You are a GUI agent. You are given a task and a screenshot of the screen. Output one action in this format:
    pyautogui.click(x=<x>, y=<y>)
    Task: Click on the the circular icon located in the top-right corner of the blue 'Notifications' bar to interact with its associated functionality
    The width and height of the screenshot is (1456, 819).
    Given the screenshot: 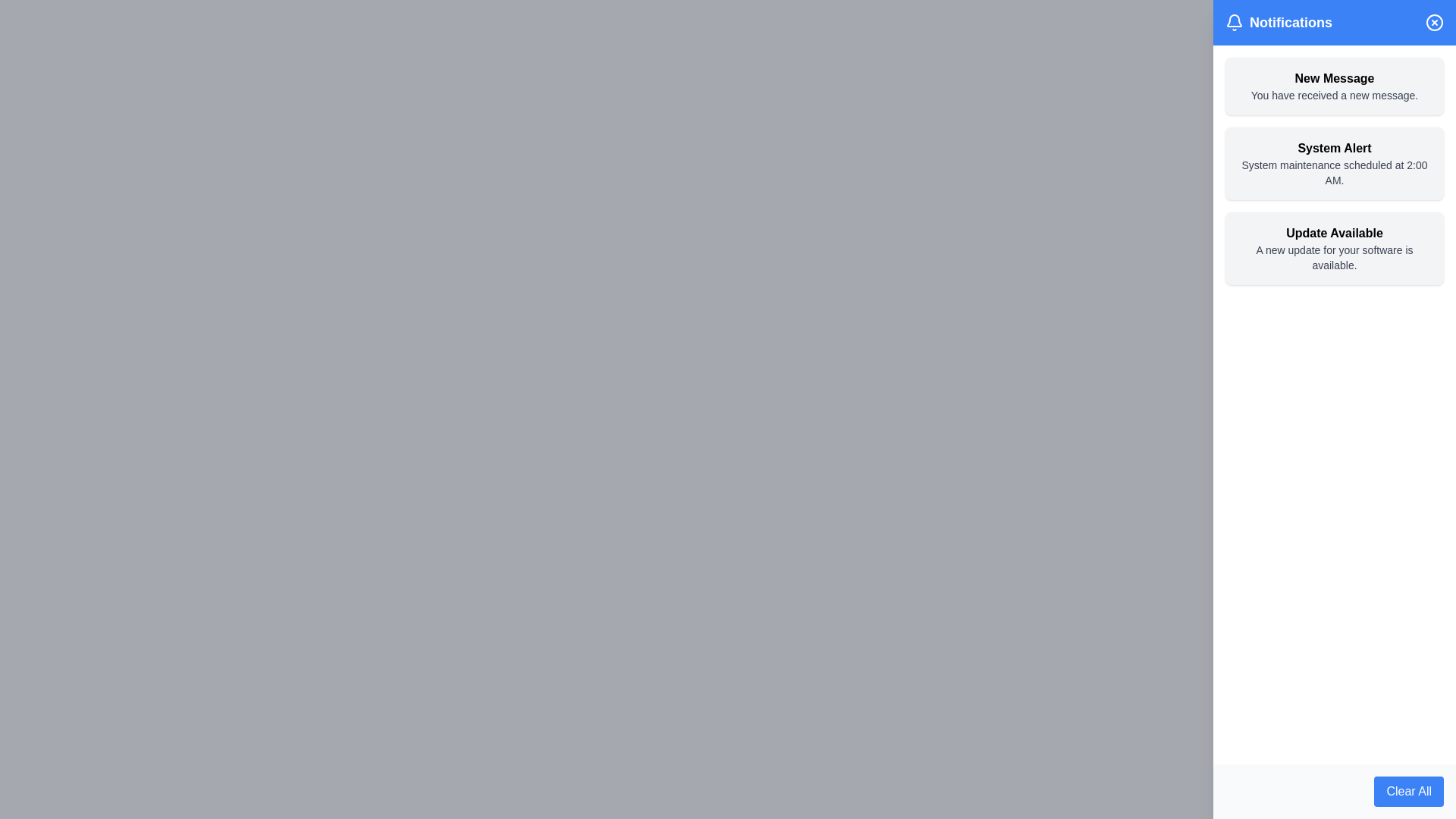 What is the action you would take?
    pyautogui.click(x=1433, y=23)
    